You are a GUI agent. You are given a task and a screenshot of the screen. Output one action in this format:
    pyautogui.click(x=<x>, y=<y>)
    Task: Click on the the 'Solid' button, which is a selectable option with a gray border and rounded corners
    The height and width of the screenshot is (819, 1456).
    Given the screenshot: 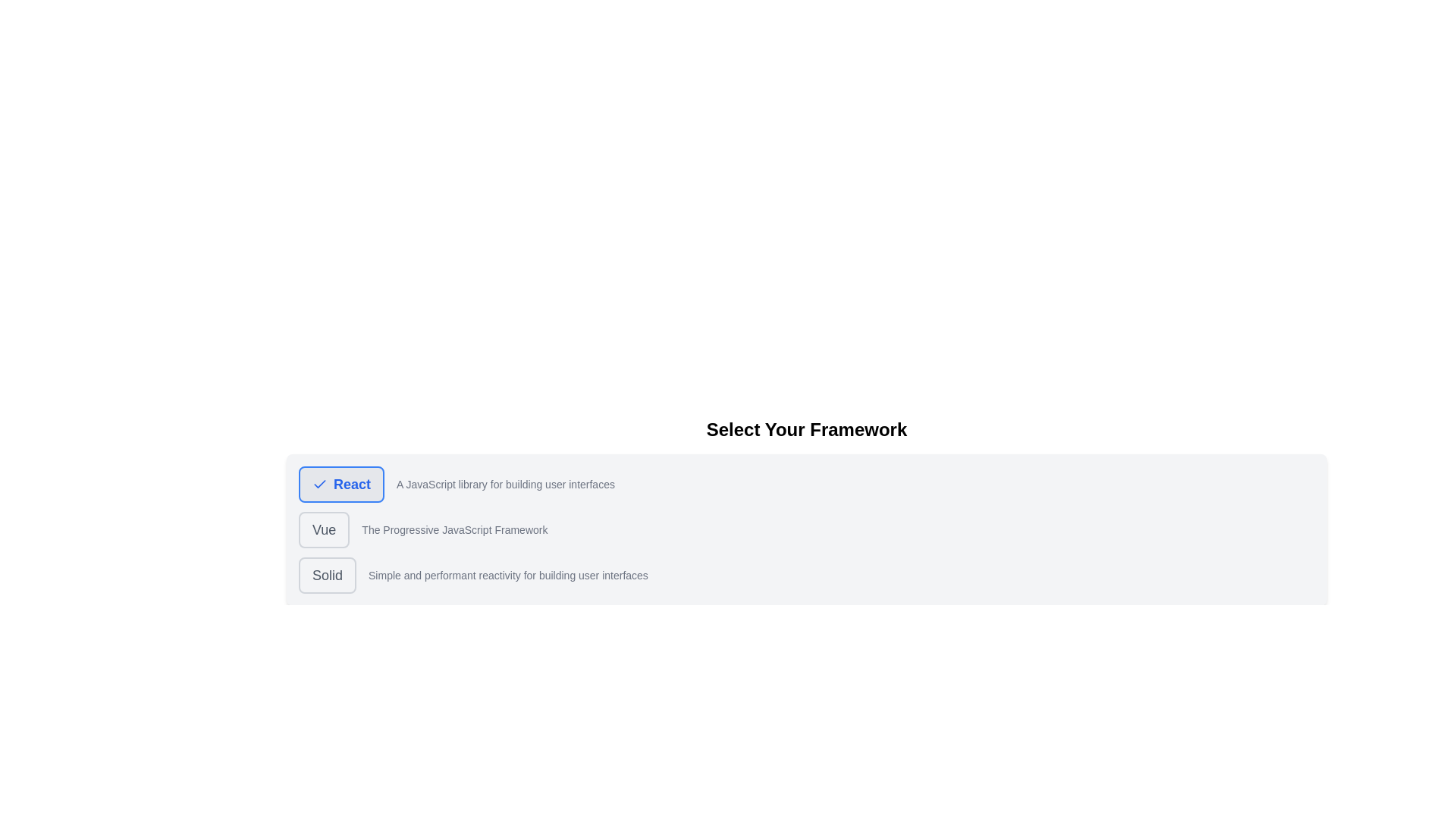 What is the action you would take?
    pyautogui.click(x=806, y=576)
    